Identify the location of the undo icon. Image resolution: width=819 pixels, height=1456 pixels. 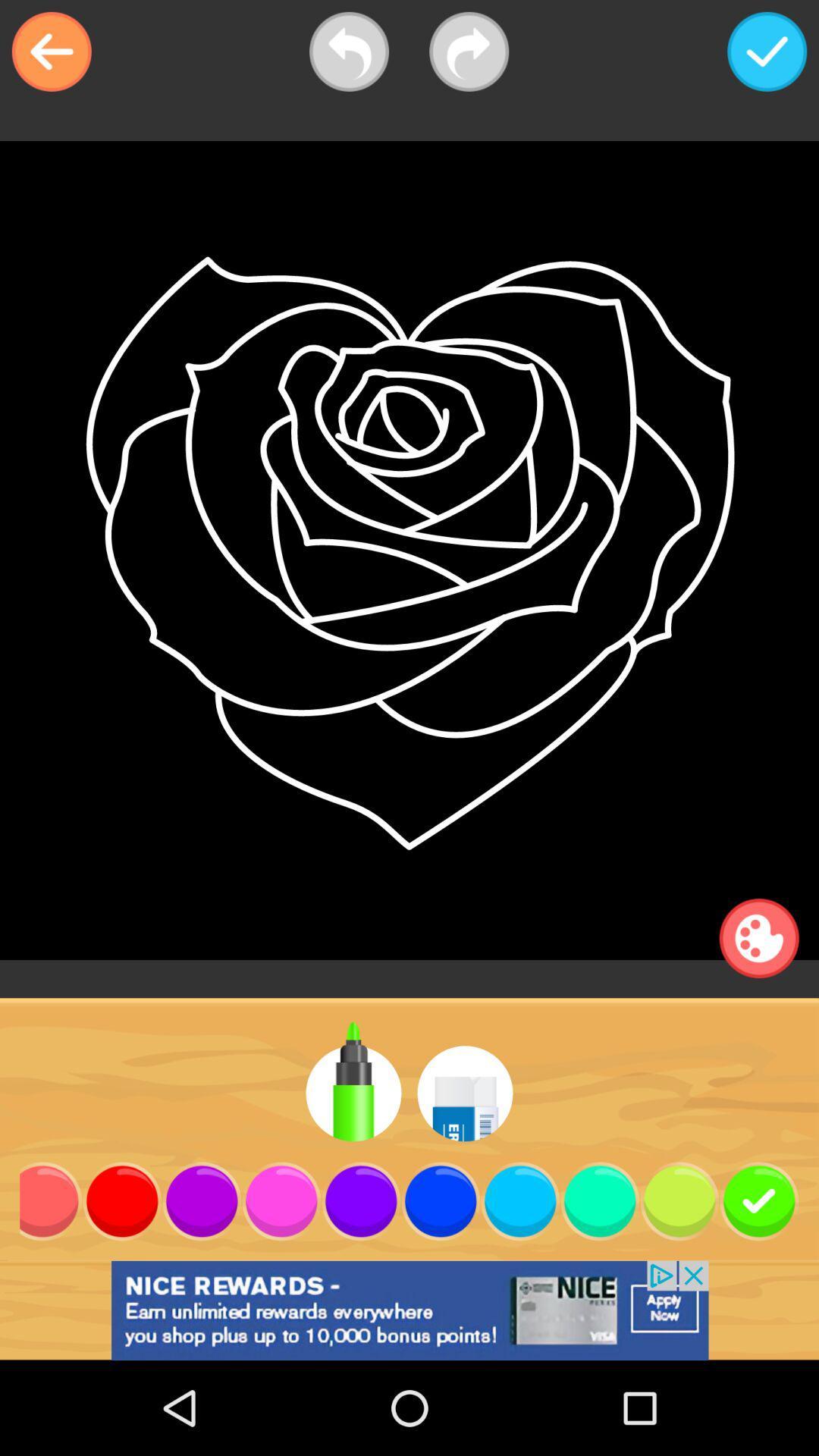
(349, 52).